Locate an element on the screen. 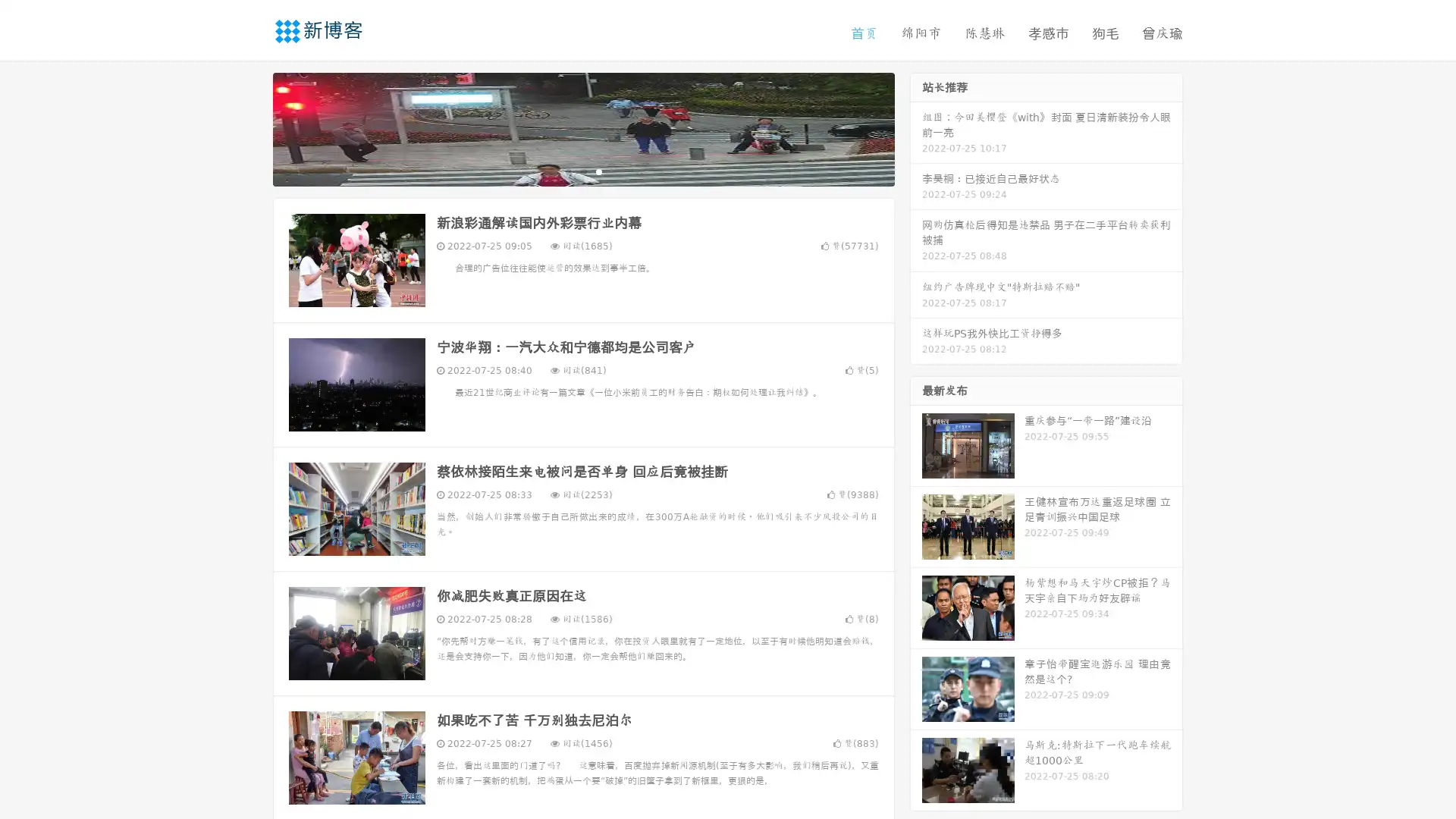 This screenshot has height=819, width=1456. Go to slide 2 is located at coordinates (582, 171).